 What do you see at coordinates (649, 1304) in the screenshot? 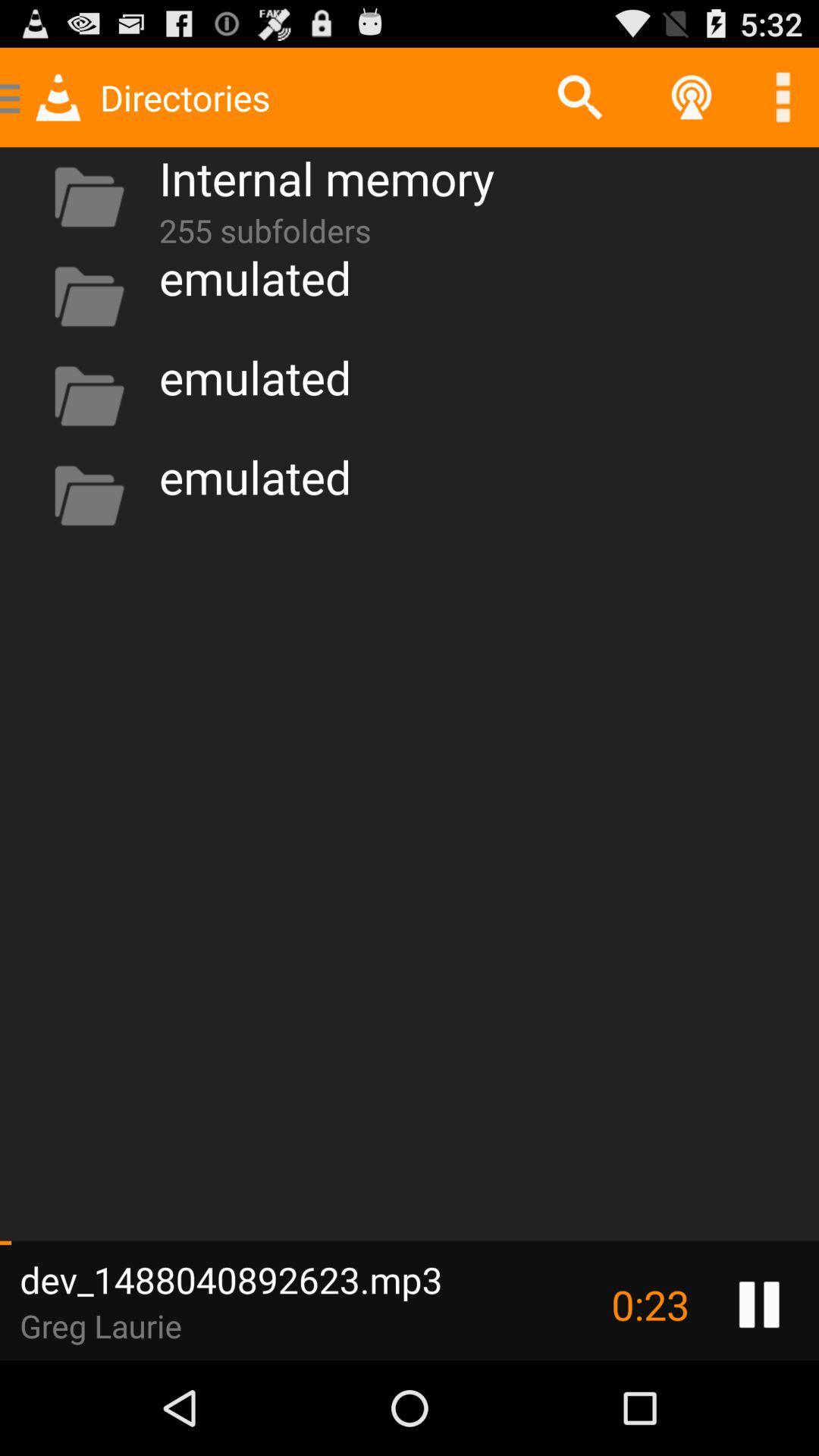
I see `the item to the right of the dev_1488040892623.mp3` at bounding box center [649, 1304].